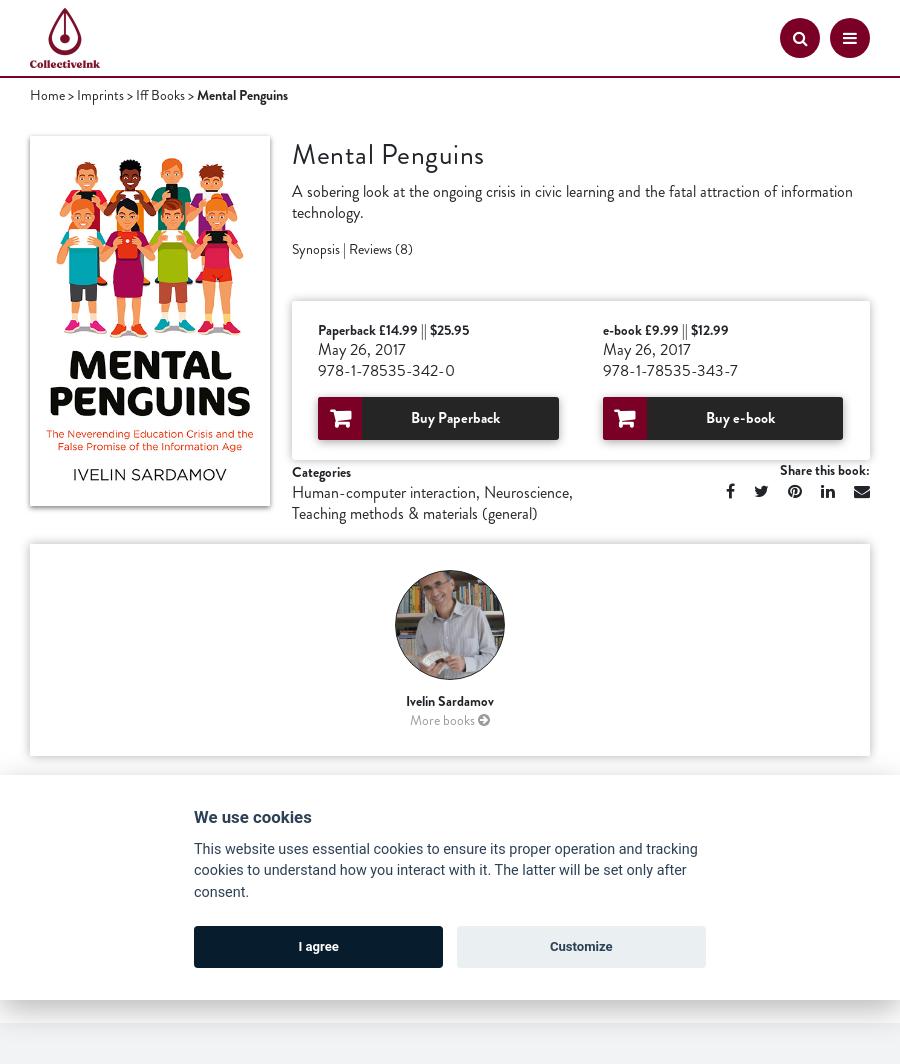  I want to click on 'Buy e-book', so click(738, 418).